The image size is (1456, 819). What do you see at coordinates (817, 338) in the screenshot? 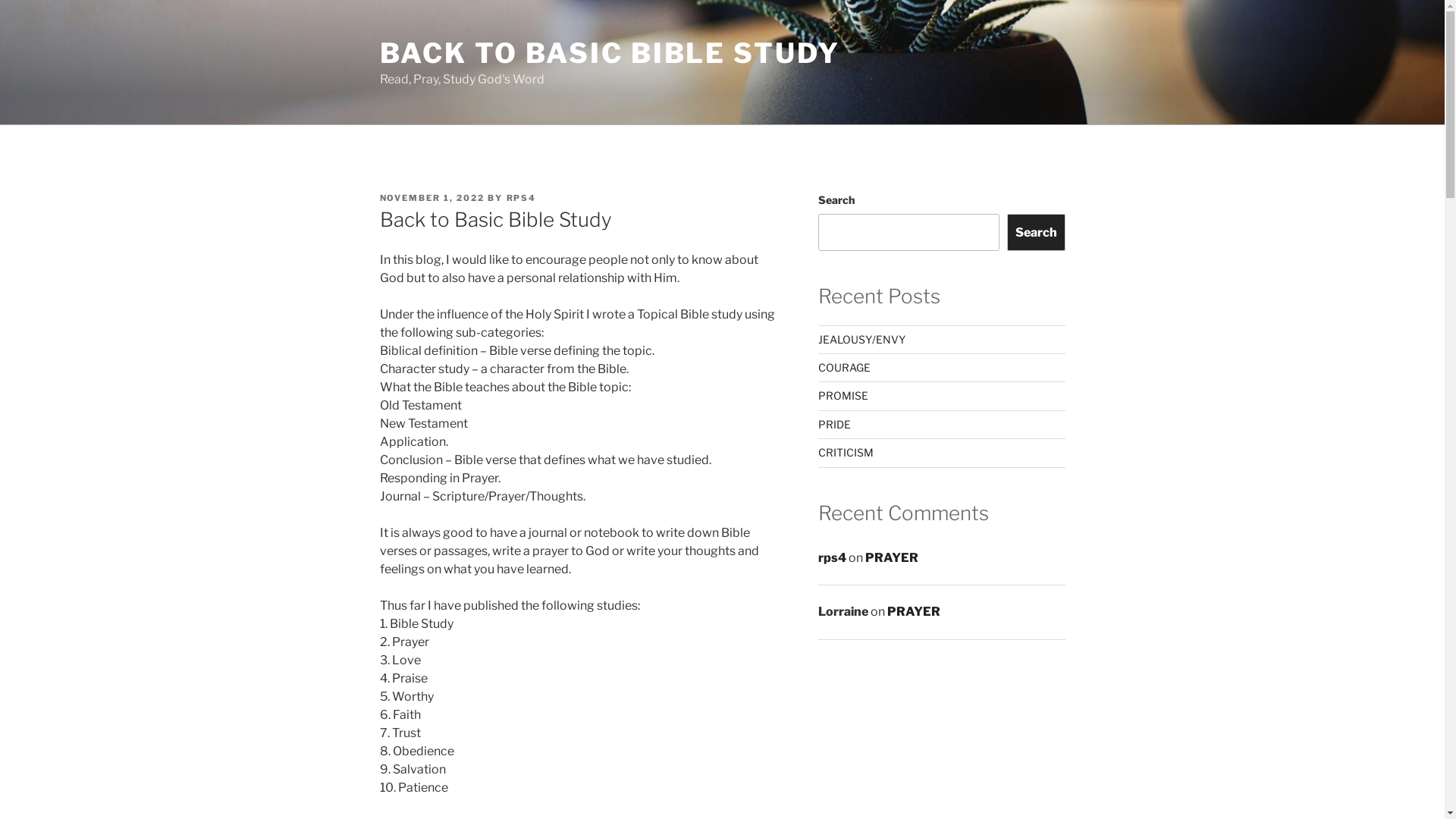
I see `'JEALOUSY/ENVY'` at bounding box center [817, 338].